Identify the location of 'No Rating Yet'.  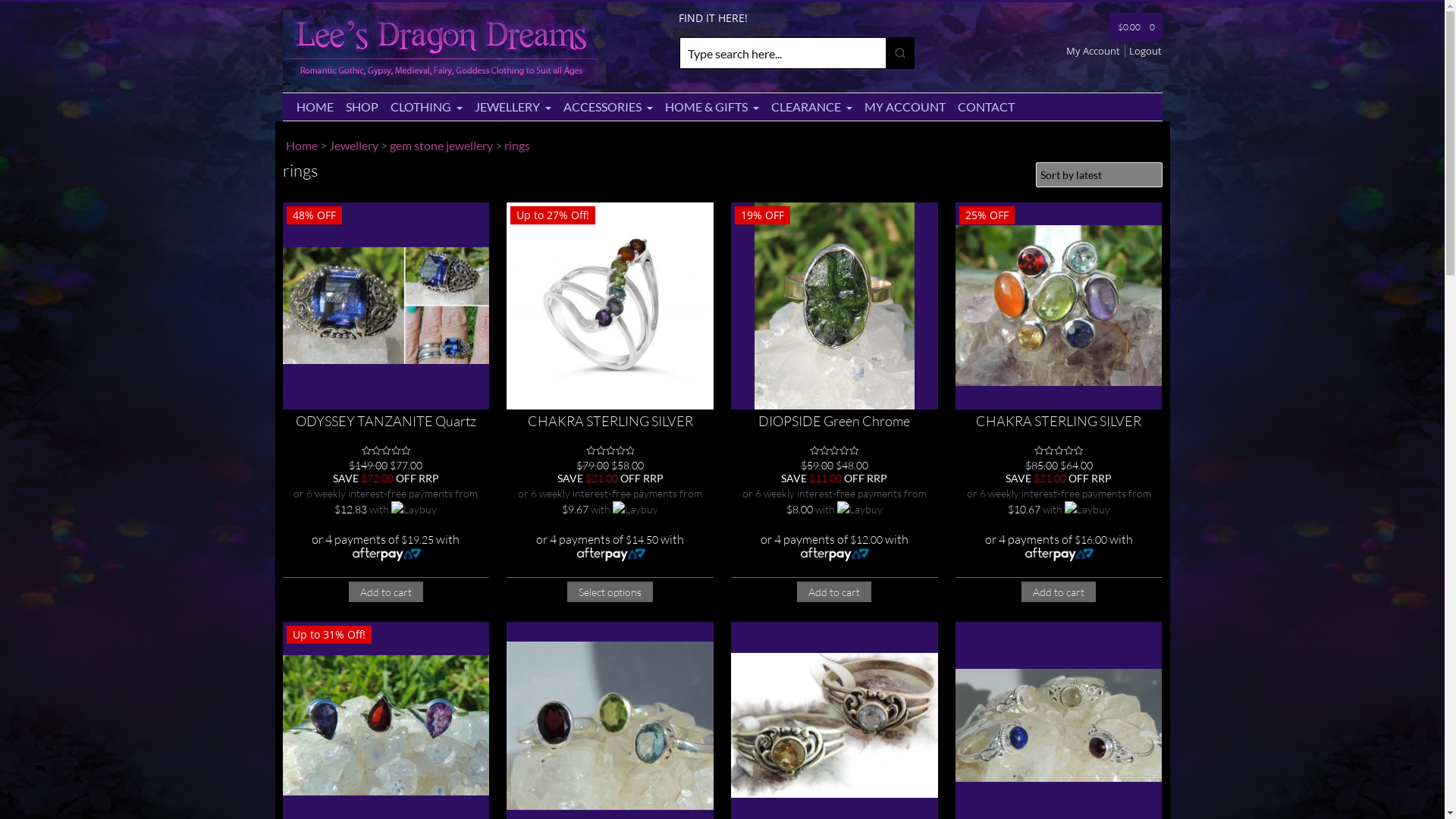
(1058, 450).